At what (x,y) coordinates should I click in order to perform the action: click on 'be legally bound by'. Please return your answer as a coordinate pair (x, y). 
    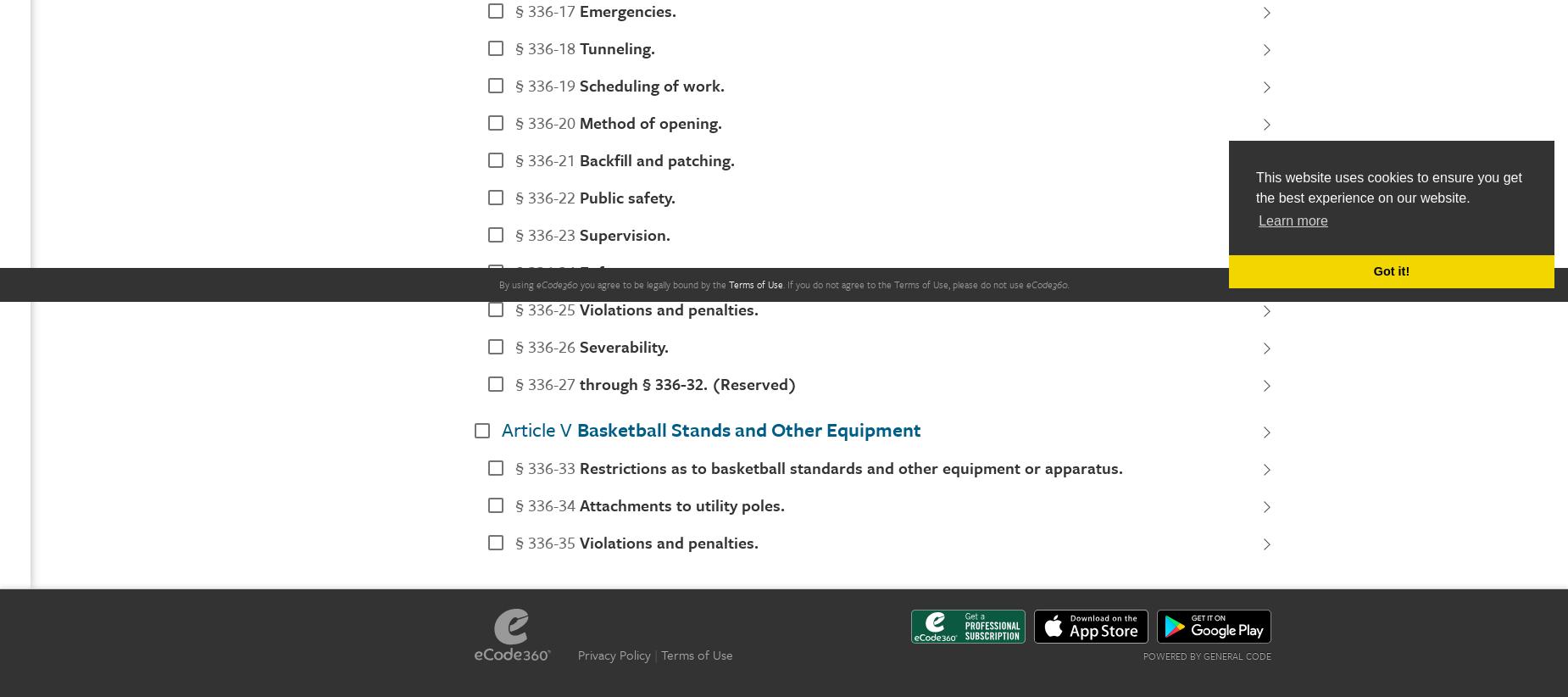
    Looking at the image, I should click on (670, 283).